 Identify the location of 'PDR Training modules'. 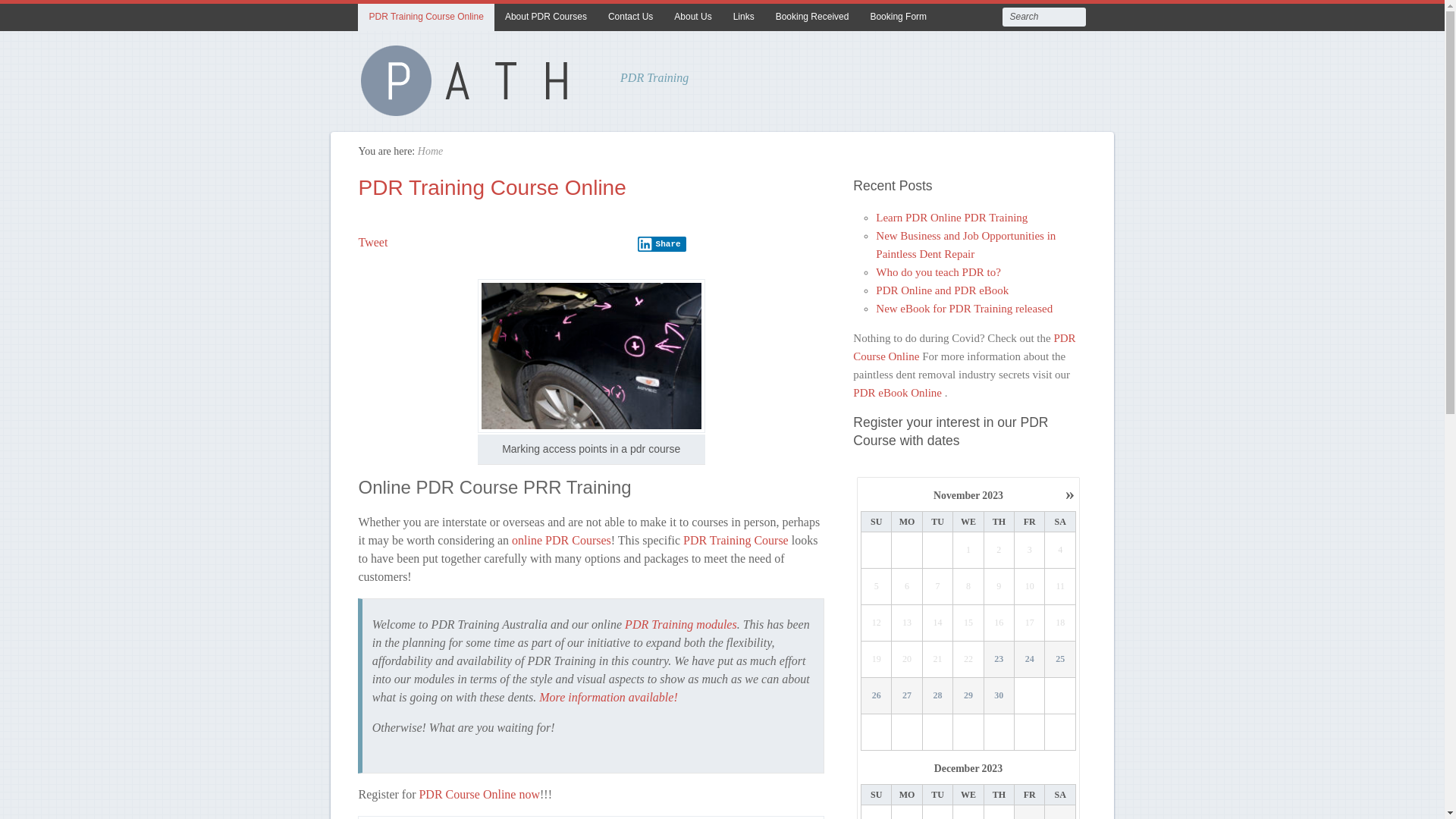
(625, 624).